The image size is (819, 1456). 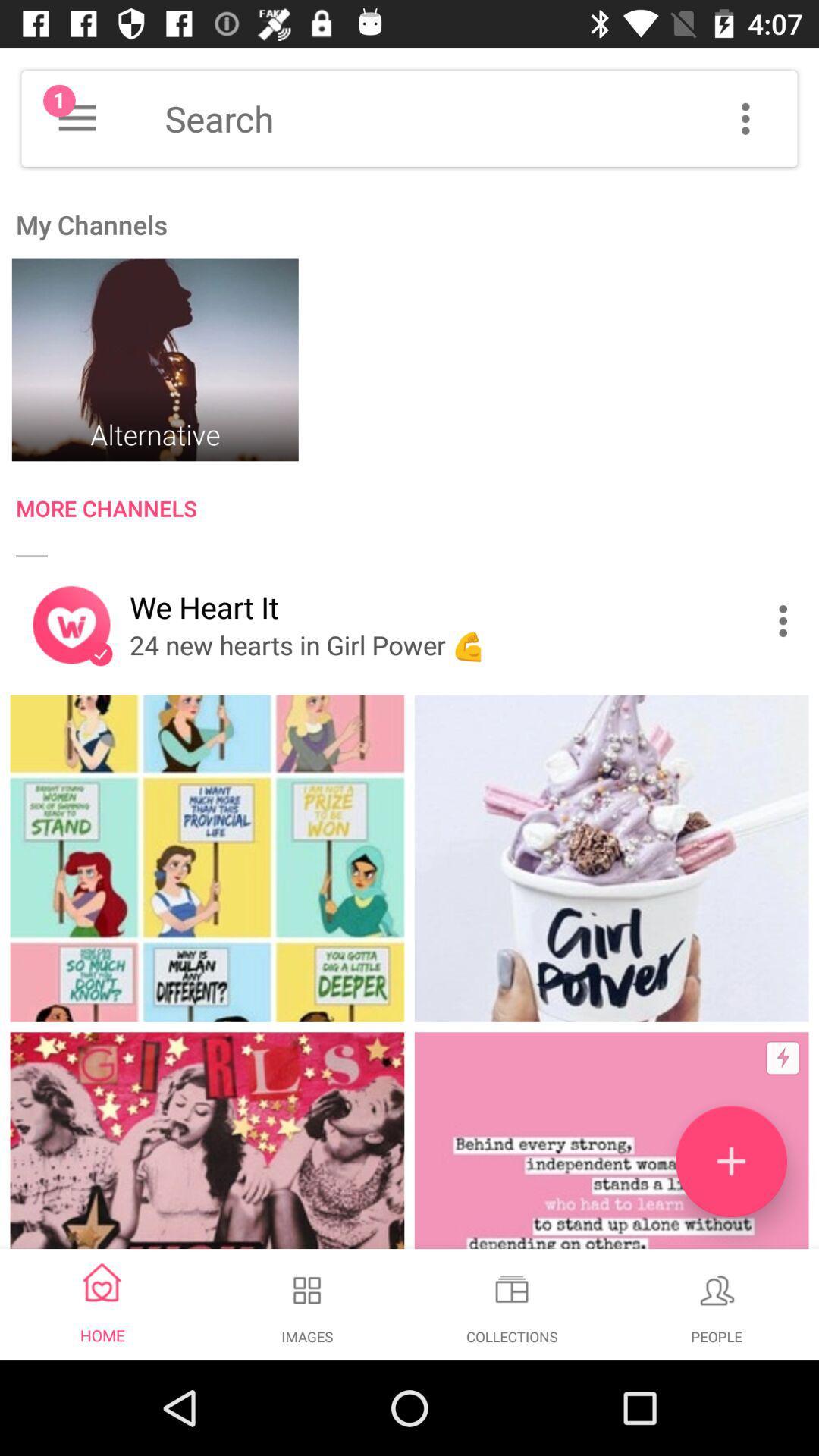 What do you see at coordinates (481, 118) in the screenshot?
I see `search website` at bounding box center [481, 118].